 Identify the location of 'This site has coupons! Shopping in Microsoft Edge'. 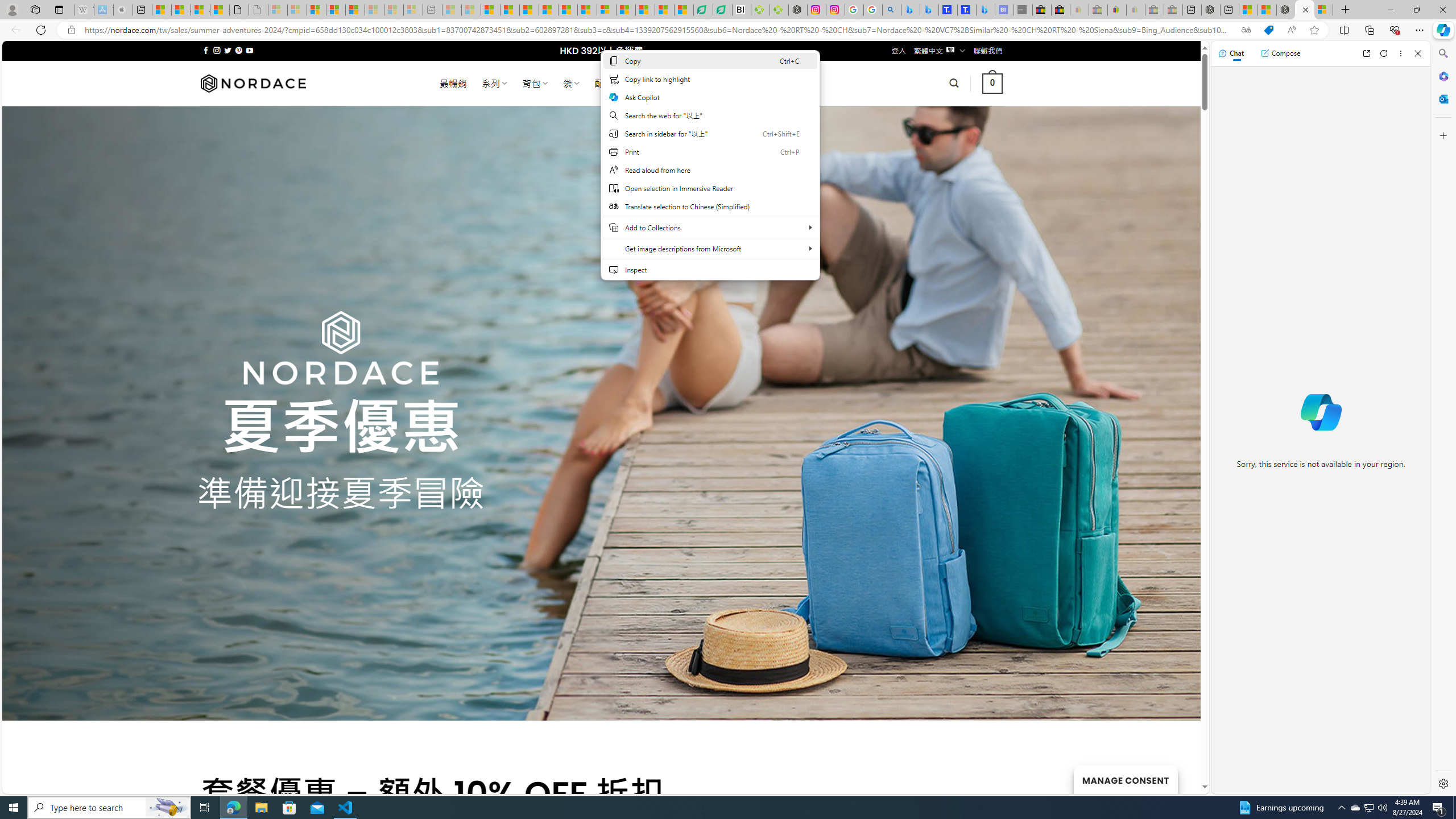
(1268, 30).